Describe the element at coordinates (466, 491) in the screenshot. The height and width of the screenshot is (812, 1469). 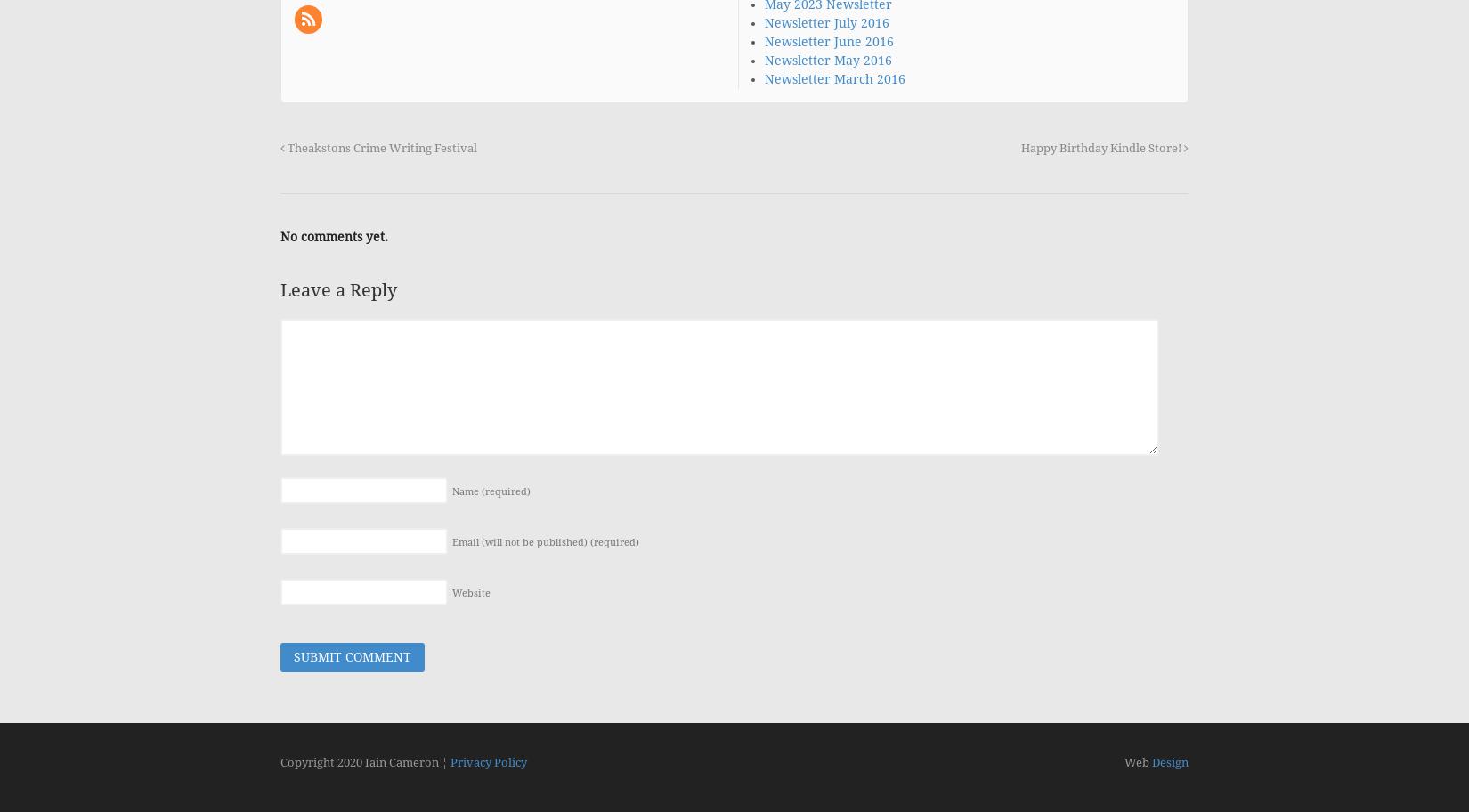
I see `'Name'` at that location.